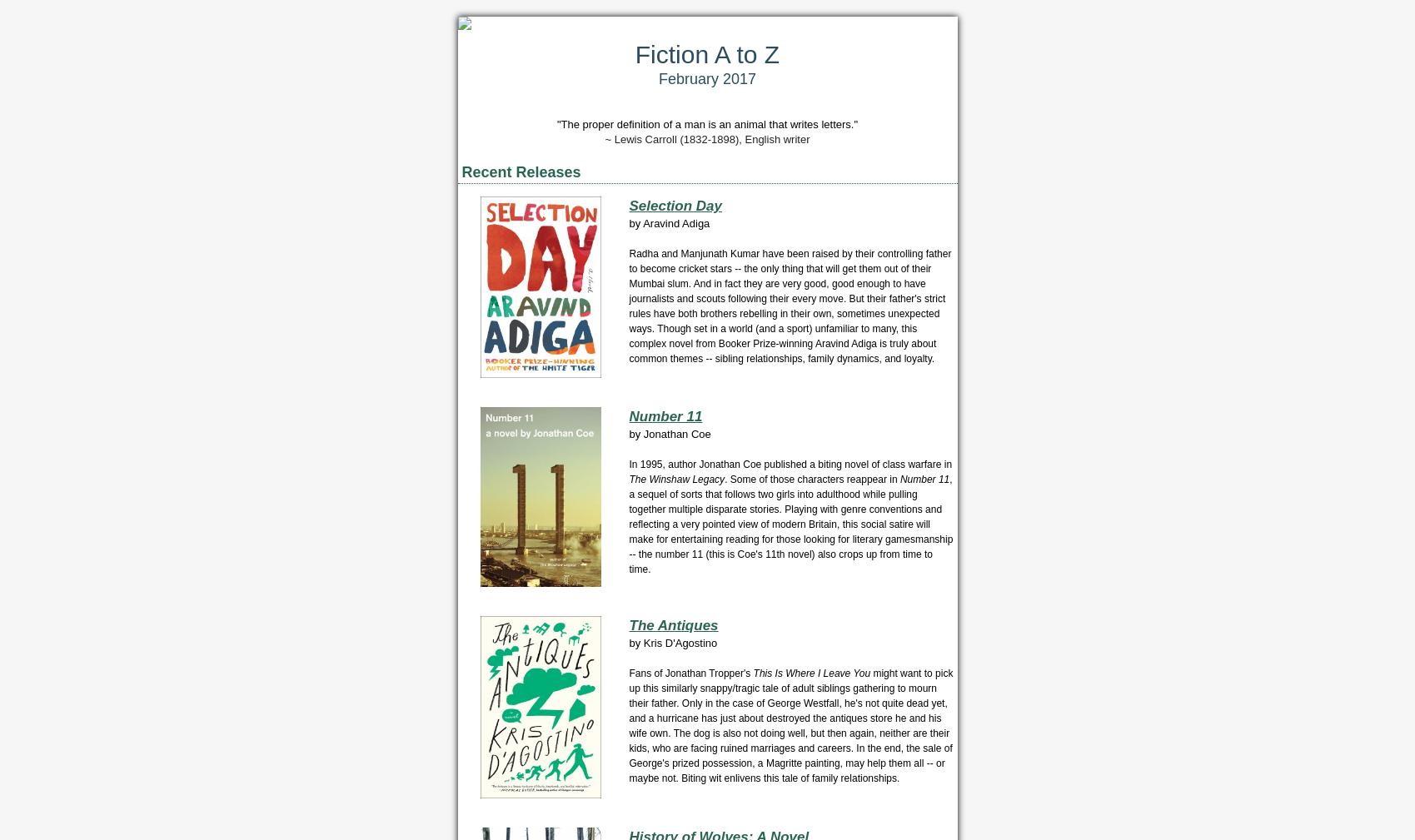  I want to click on 'The Antiques', so click(628, 625).